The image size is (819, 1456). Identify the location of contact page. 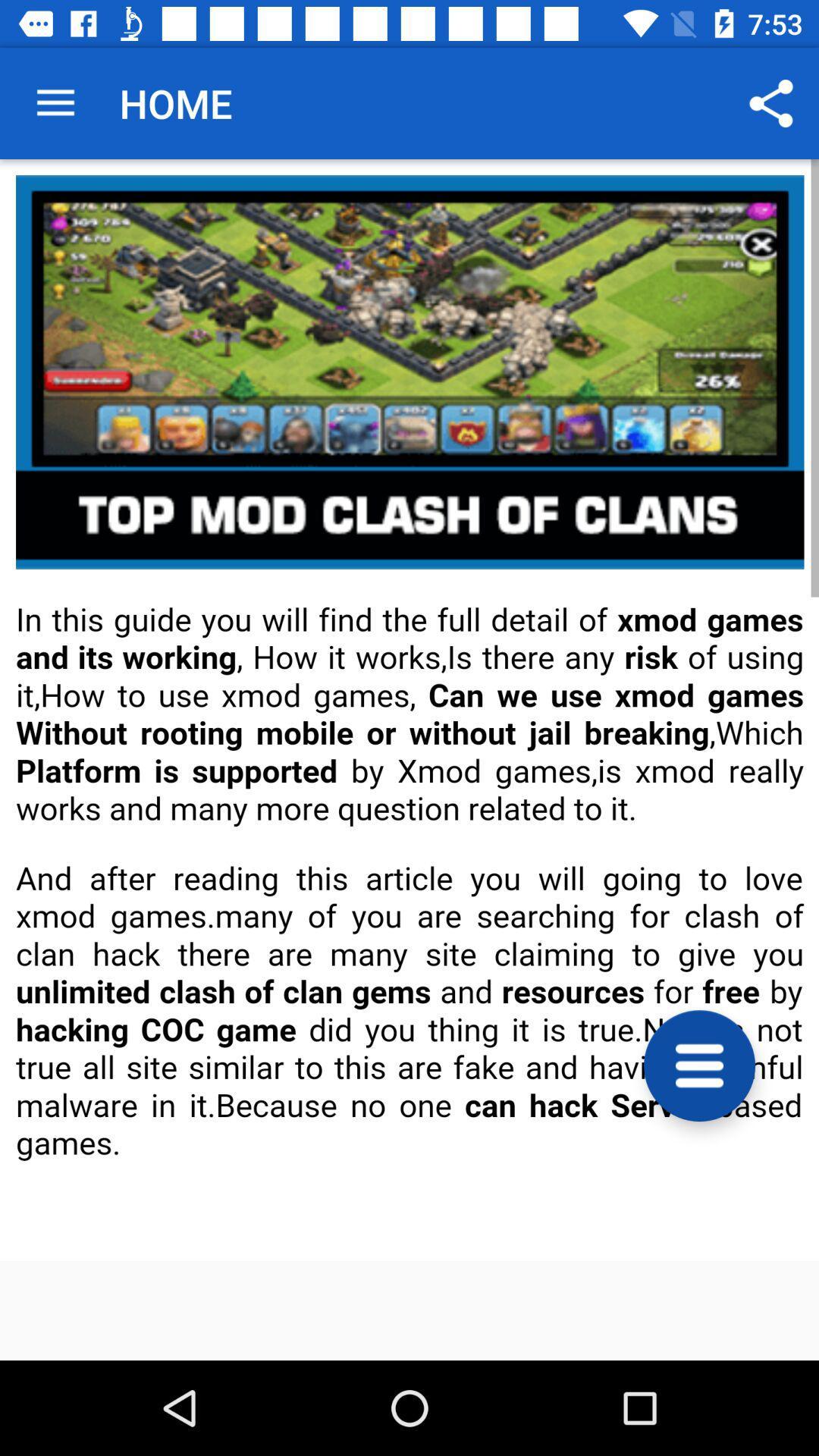
(409, 709).